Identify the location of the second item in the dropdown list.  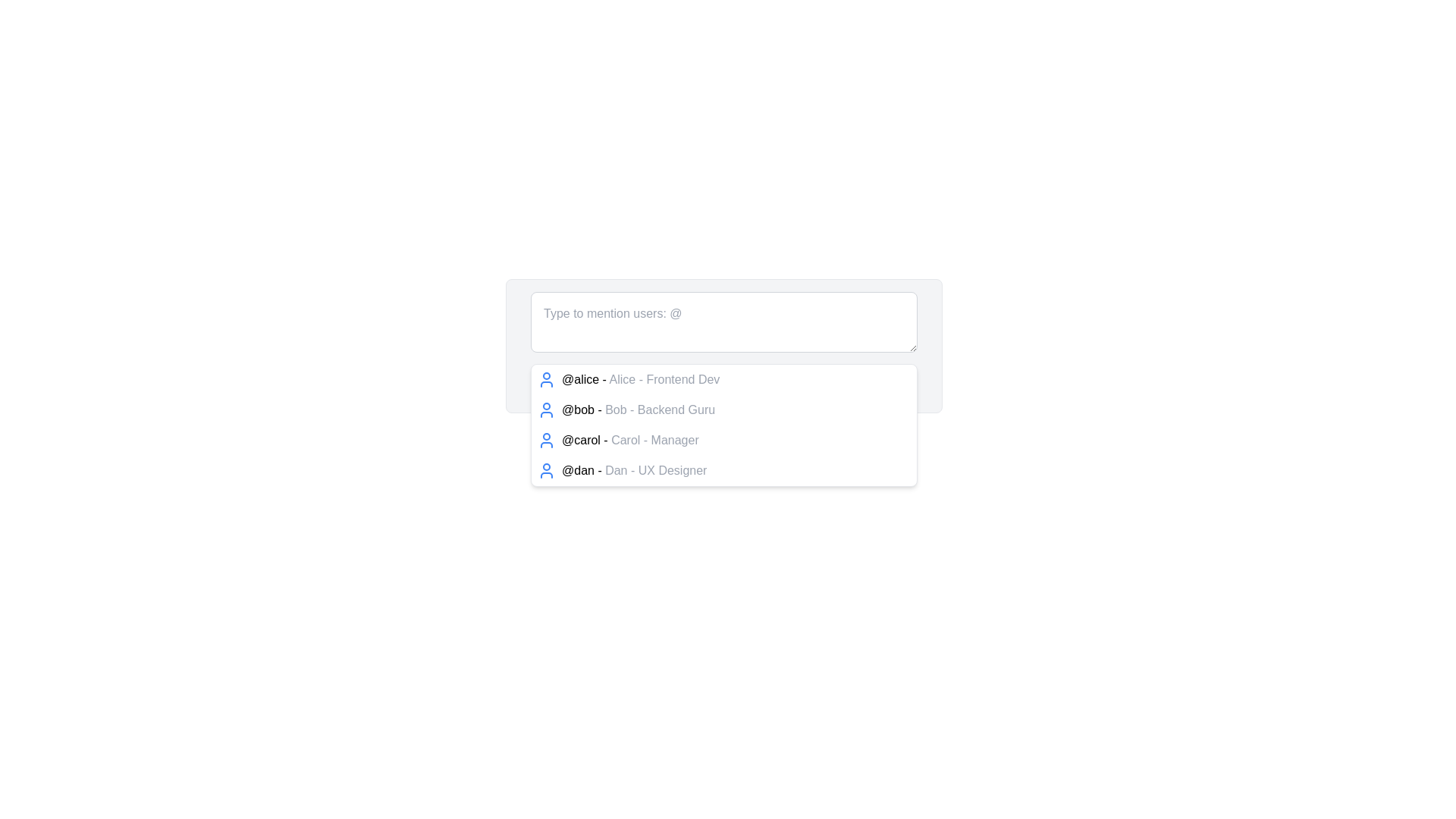
(723, 409).